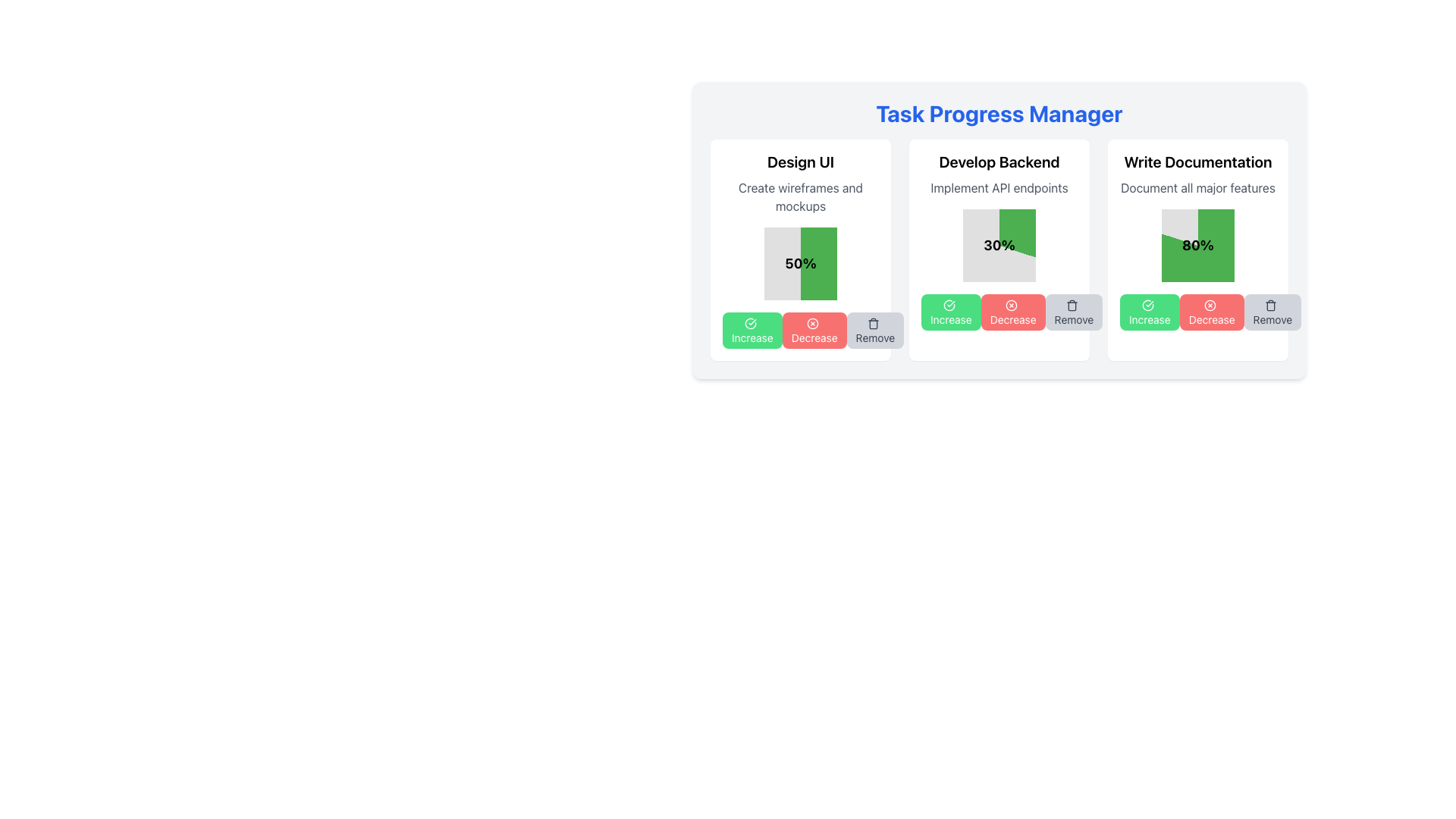 This screenshot has height=819, width=1456. I want to click on the 'Increase' button with a green background and checkmark icon to increase the value or progress, so click(1150, 312).